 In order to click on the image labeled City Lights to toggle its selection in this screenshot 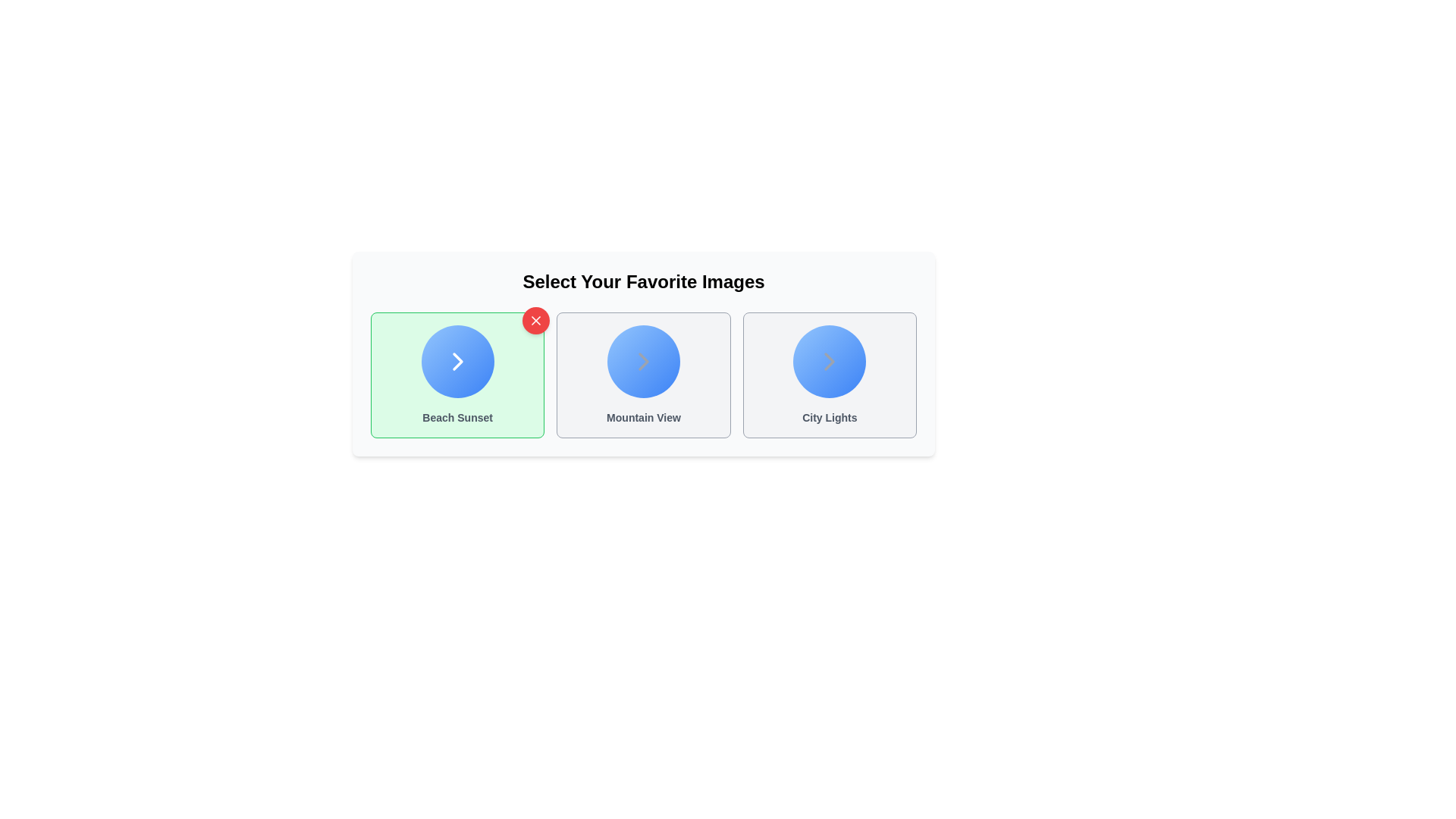, I will do `click(829, 375)`.